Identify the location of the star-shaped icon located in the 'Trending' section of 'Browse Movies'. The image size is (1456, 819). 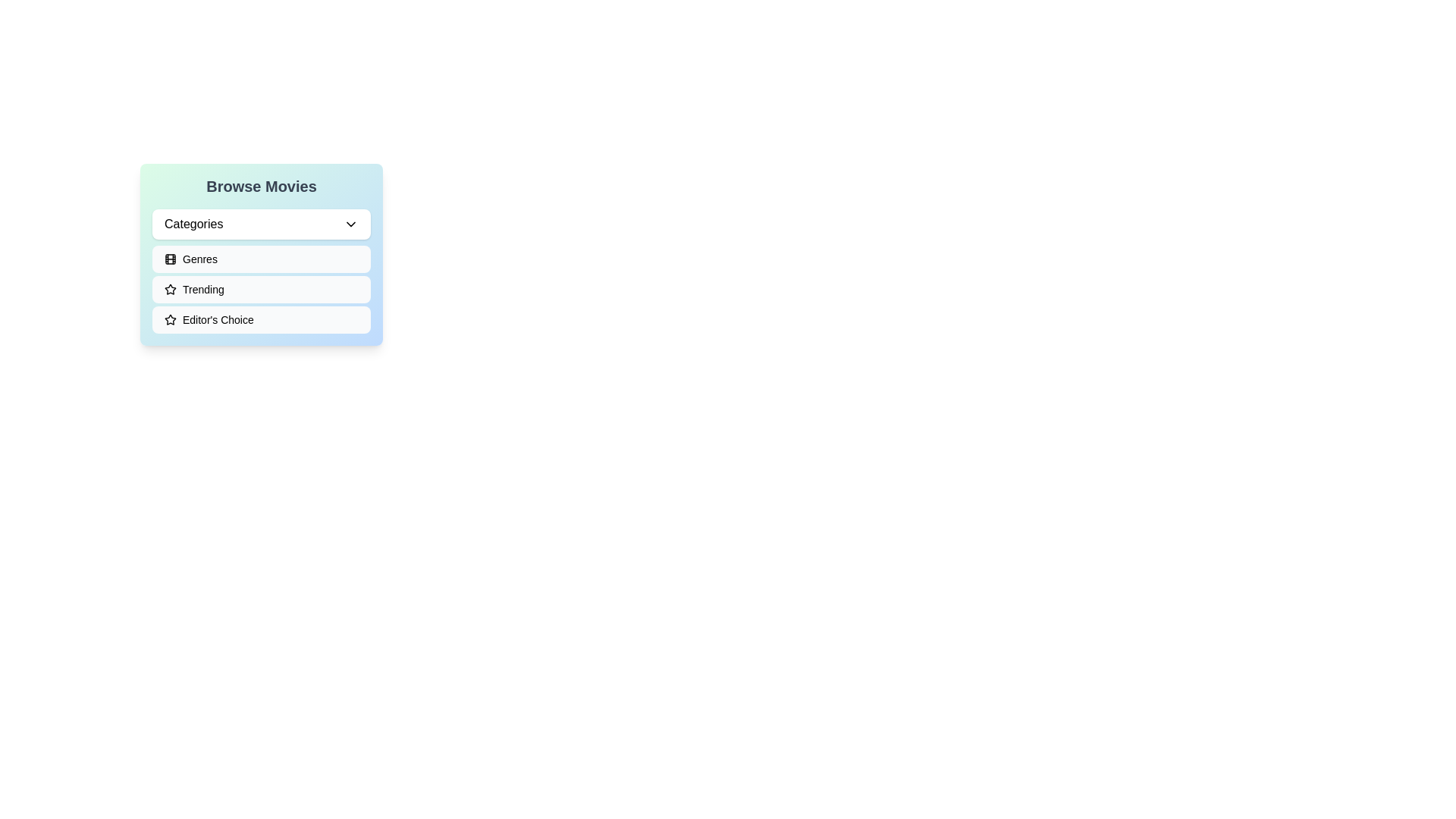
(171, 289).